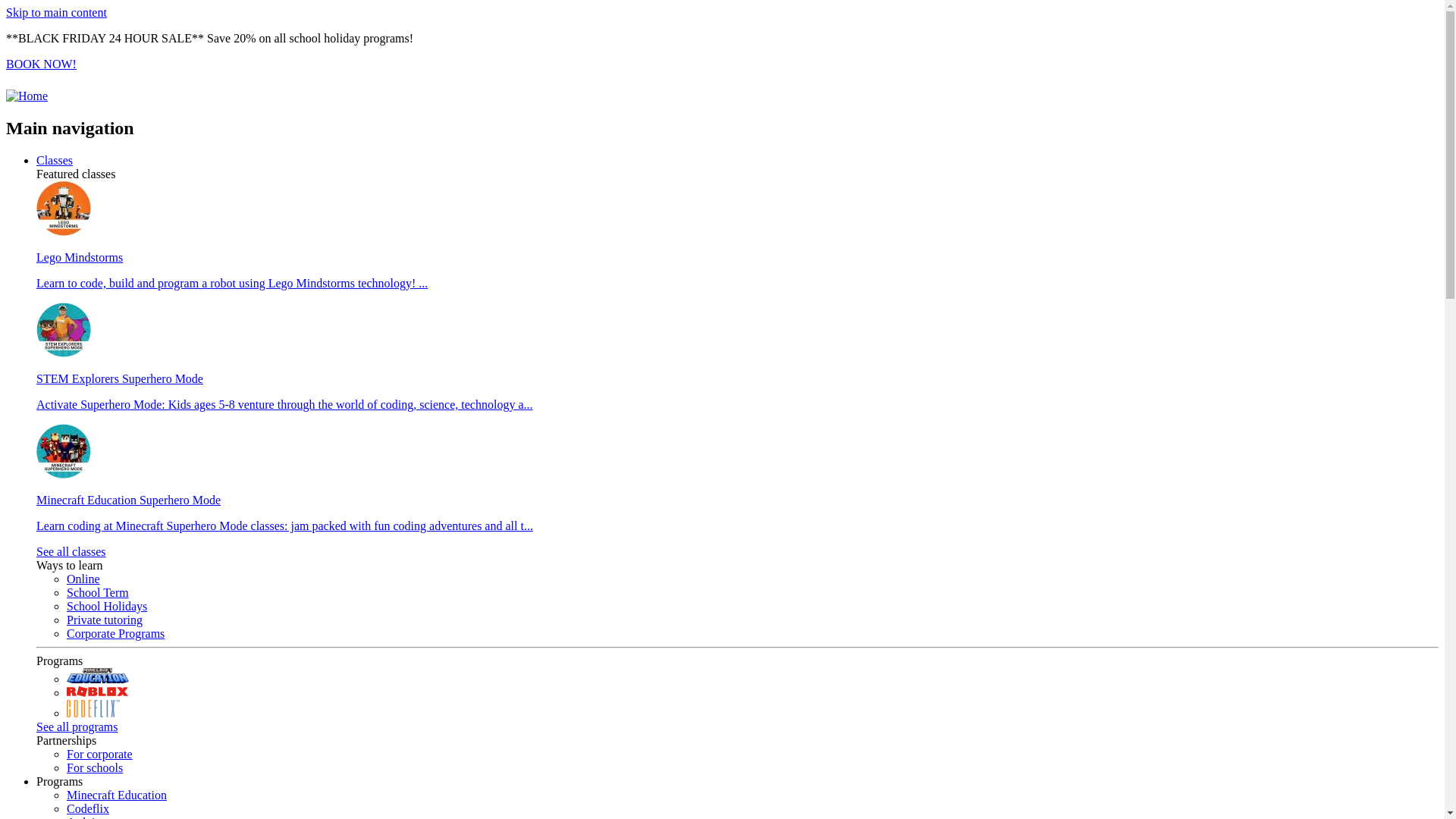 The width and height of the screenshot is (1456, 819). What do you see at coordinates (41, 63) in the screenshot?
I see `'BOOK NOW!'` at bounding box center [41, 63].